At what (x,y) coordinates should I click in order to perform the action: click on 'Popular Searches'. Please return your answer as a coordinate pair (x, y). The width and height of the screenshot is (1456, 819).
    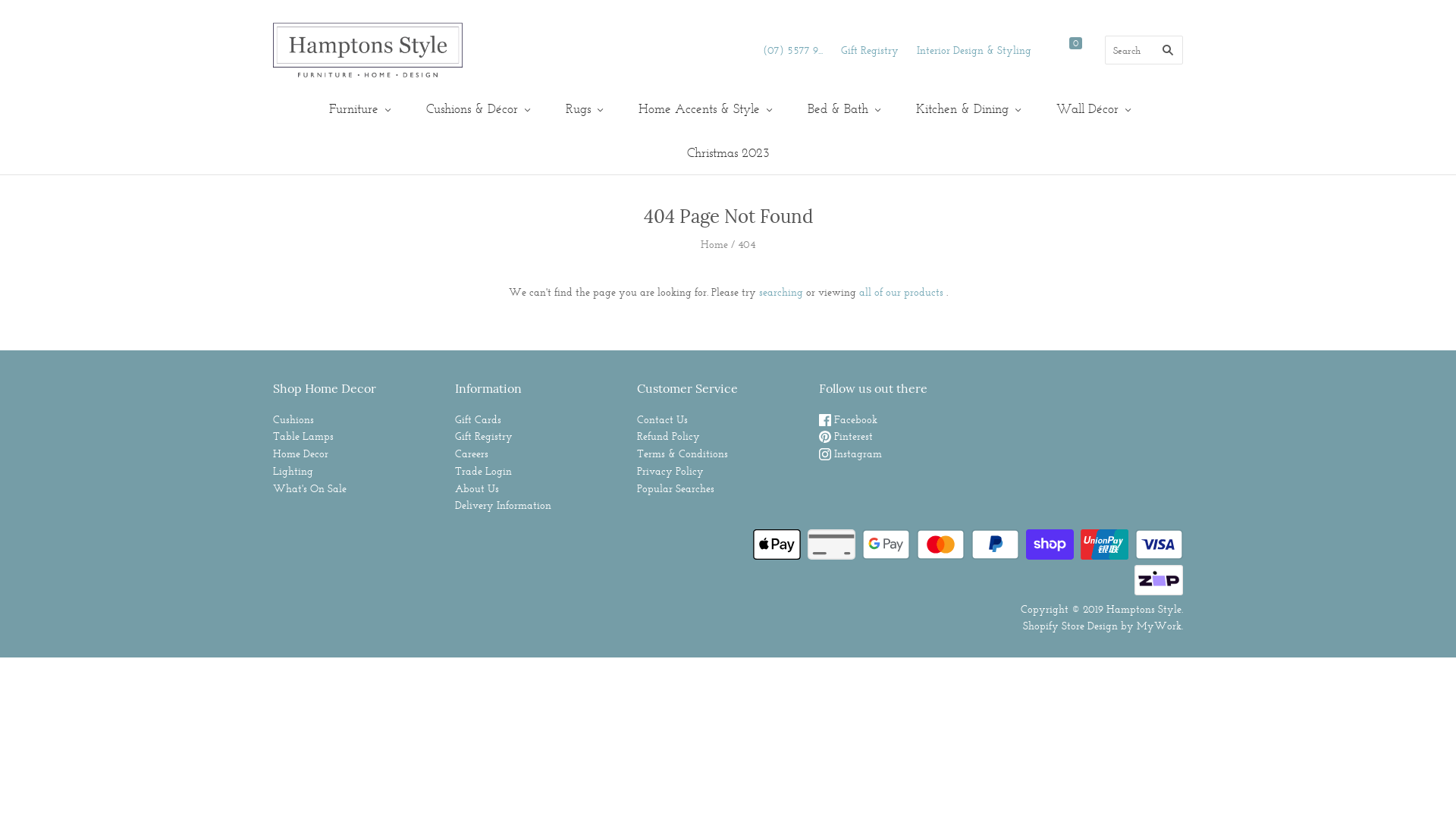
    Looking at the image, I should click on (637, 488).